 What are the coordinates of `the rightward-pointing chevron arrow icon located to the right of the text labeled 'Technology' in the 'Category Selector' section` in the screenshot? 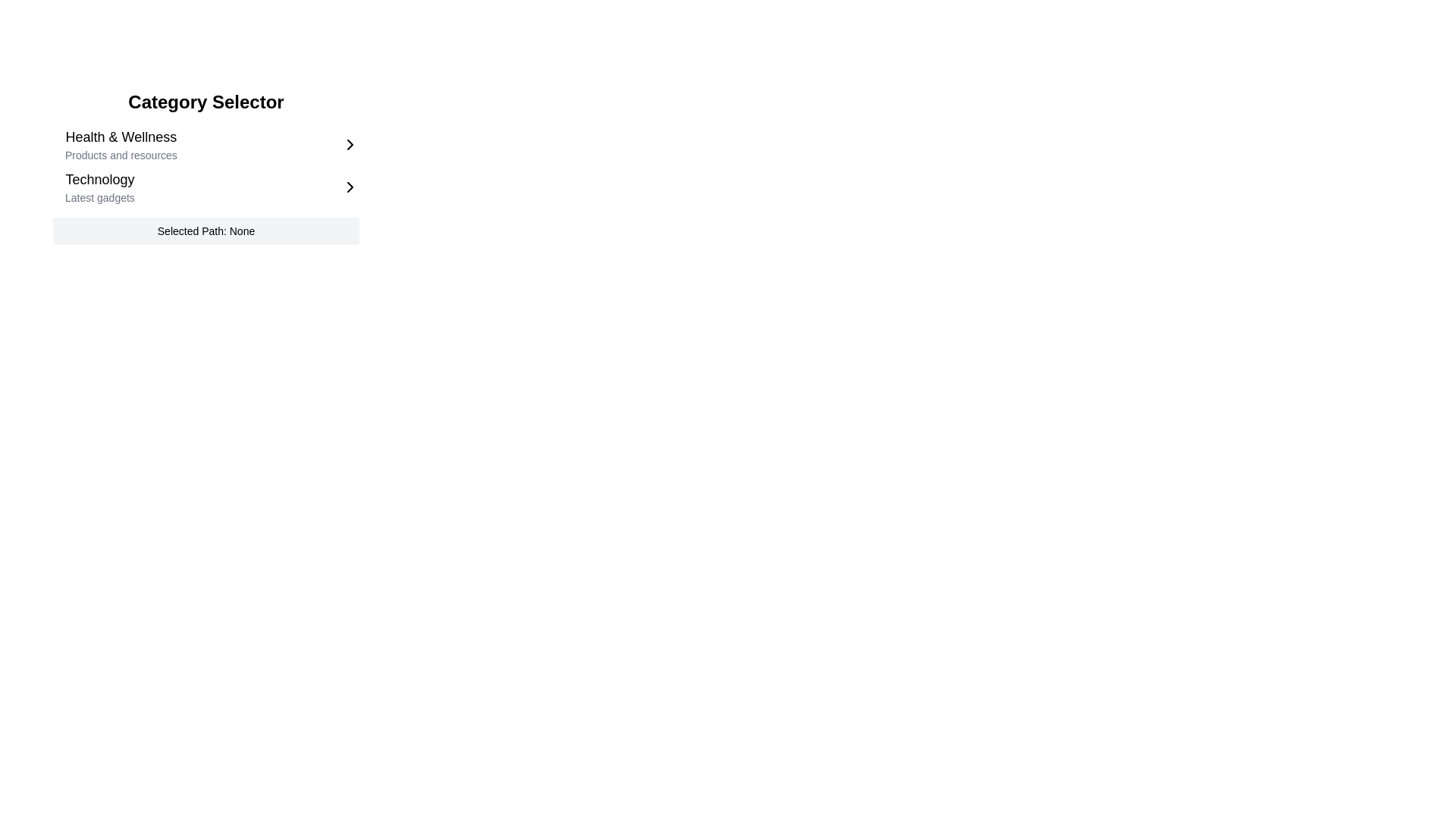 It's located at (349, 186).